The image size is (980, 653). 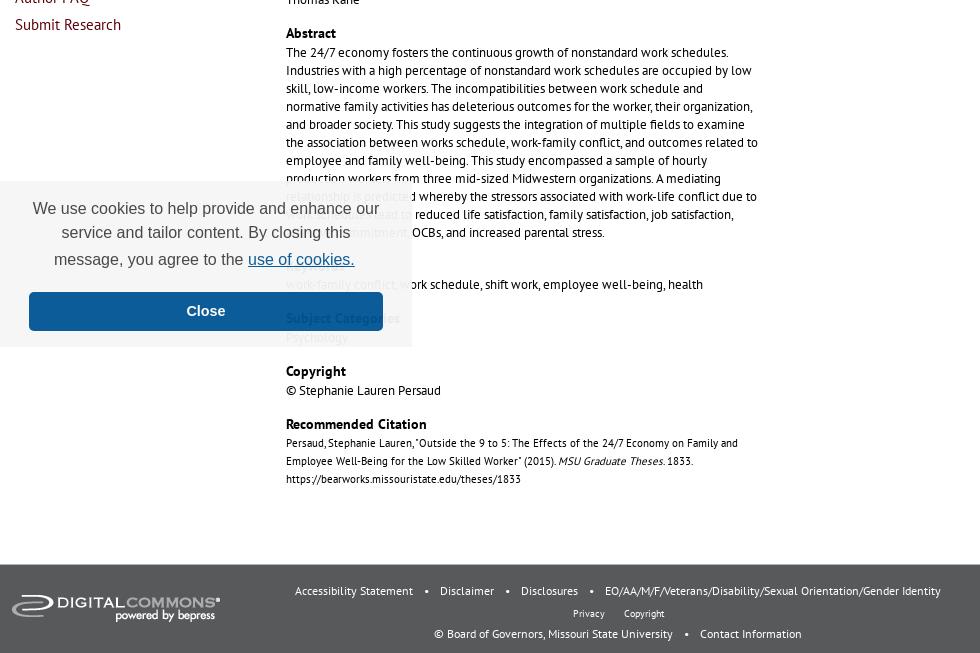 What do you see at coordinates (285, 423) in the screenshot?
I see `'Recommended Citation'` at bounding box center [285, 423].